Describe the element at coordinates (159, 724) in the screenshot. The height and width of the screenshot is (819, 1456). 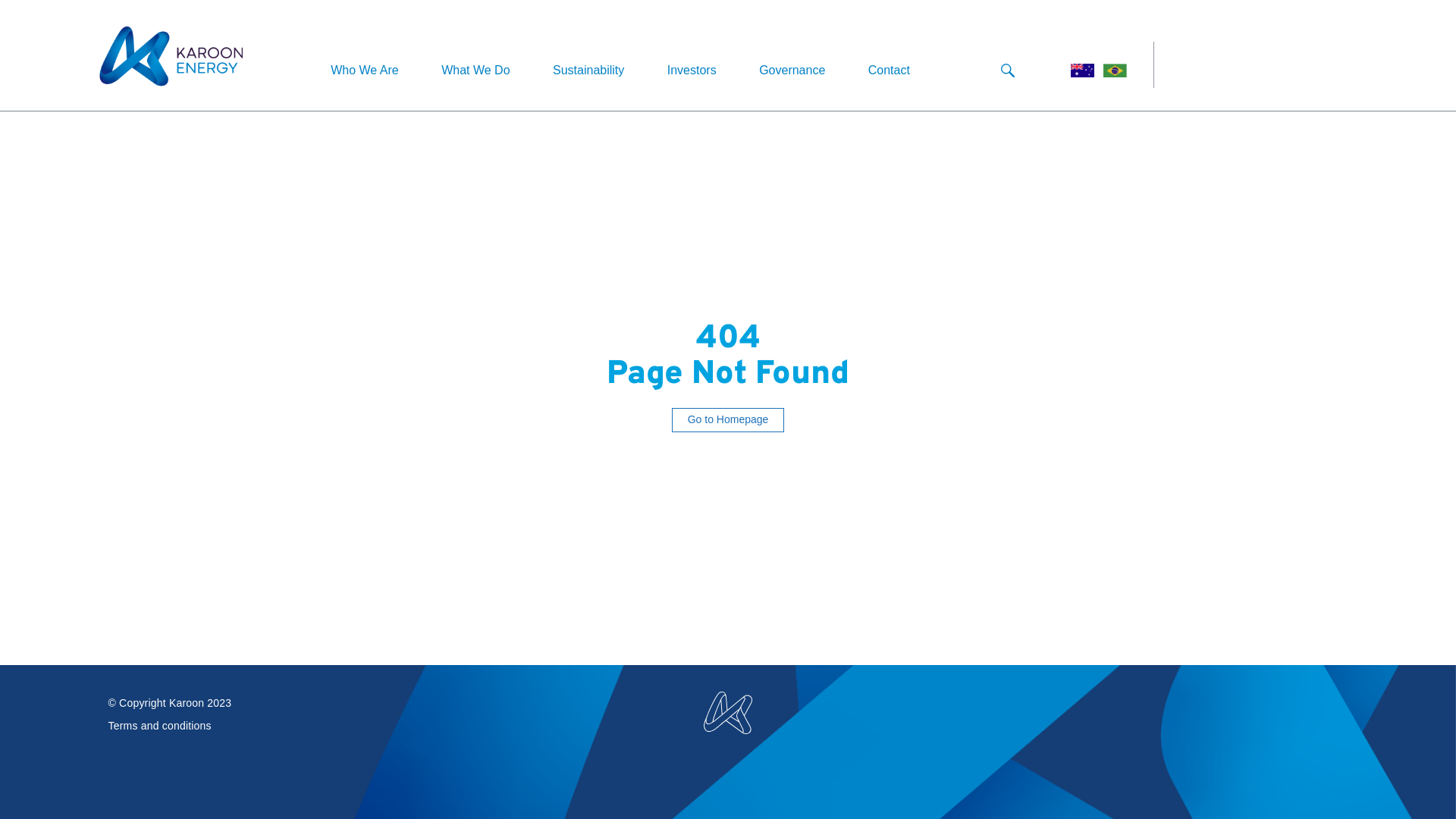
I see `'Terms and conditions'` at that location.